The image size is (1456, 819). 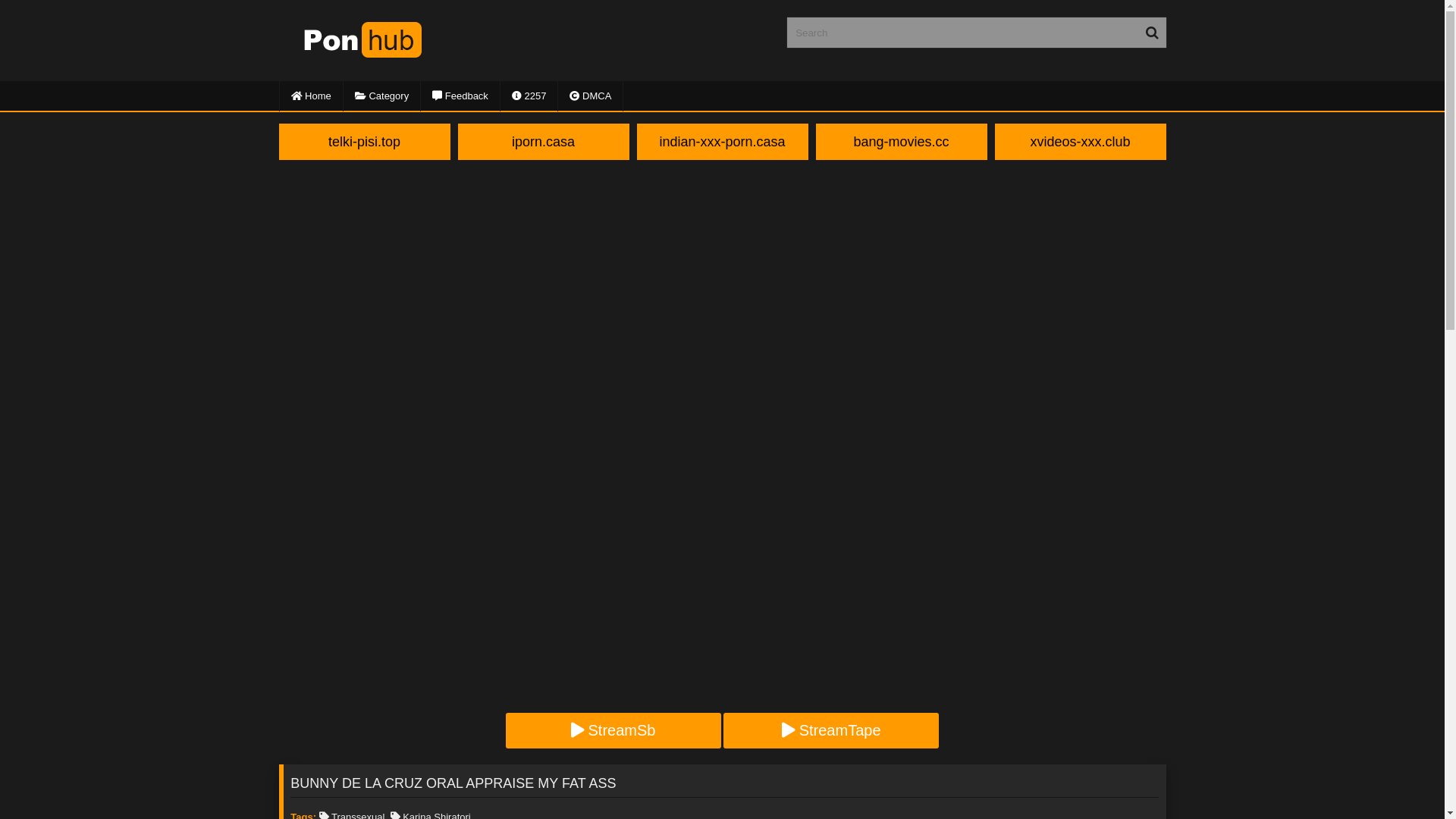 What do you see at coordinates (460, 96) in the screenshot?
I see `'Feedback'` at bounding box center [460, 96].